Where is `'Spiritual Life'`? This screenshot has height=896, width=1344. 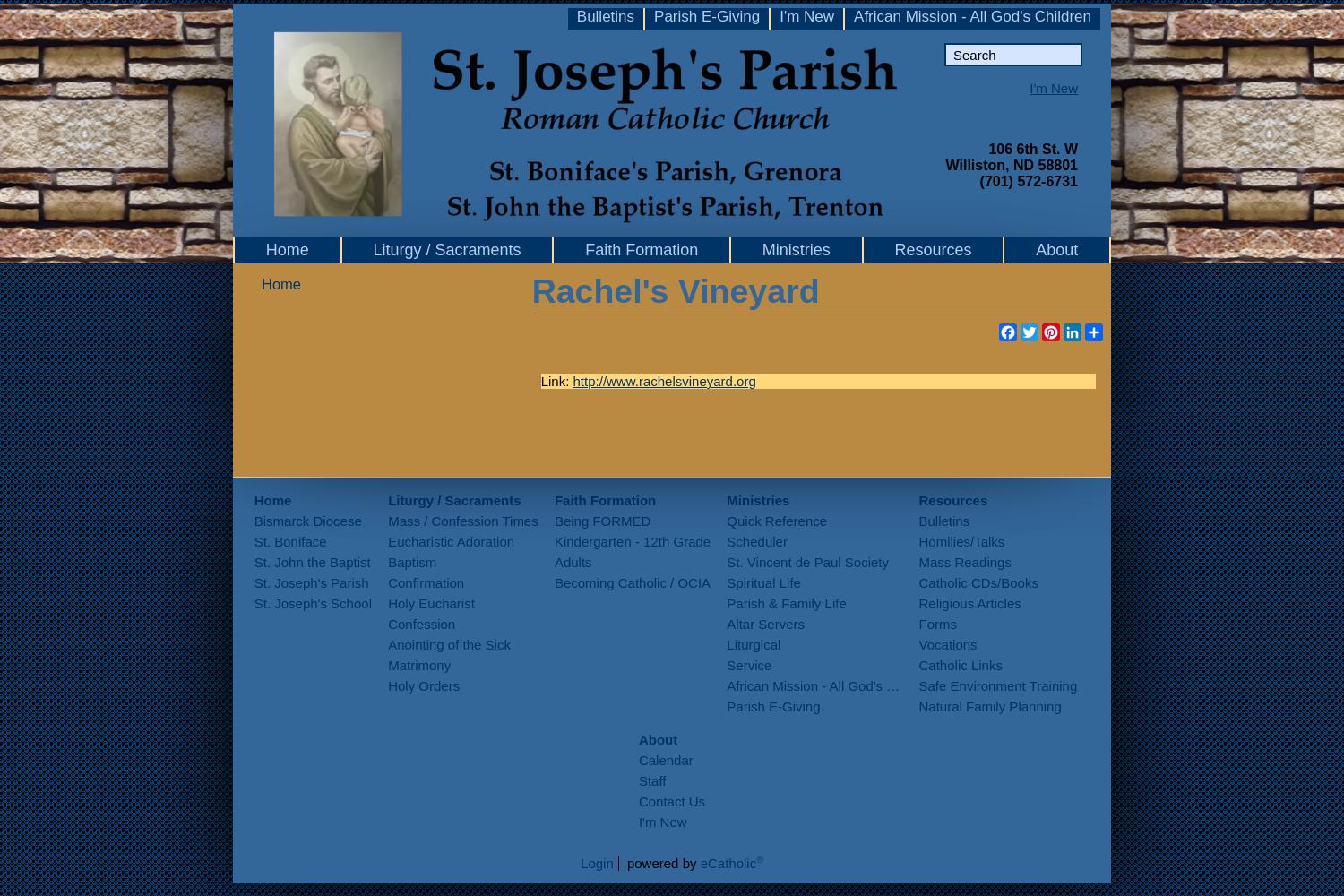 'Spiritual Life' is located at coordinates (762, 582).